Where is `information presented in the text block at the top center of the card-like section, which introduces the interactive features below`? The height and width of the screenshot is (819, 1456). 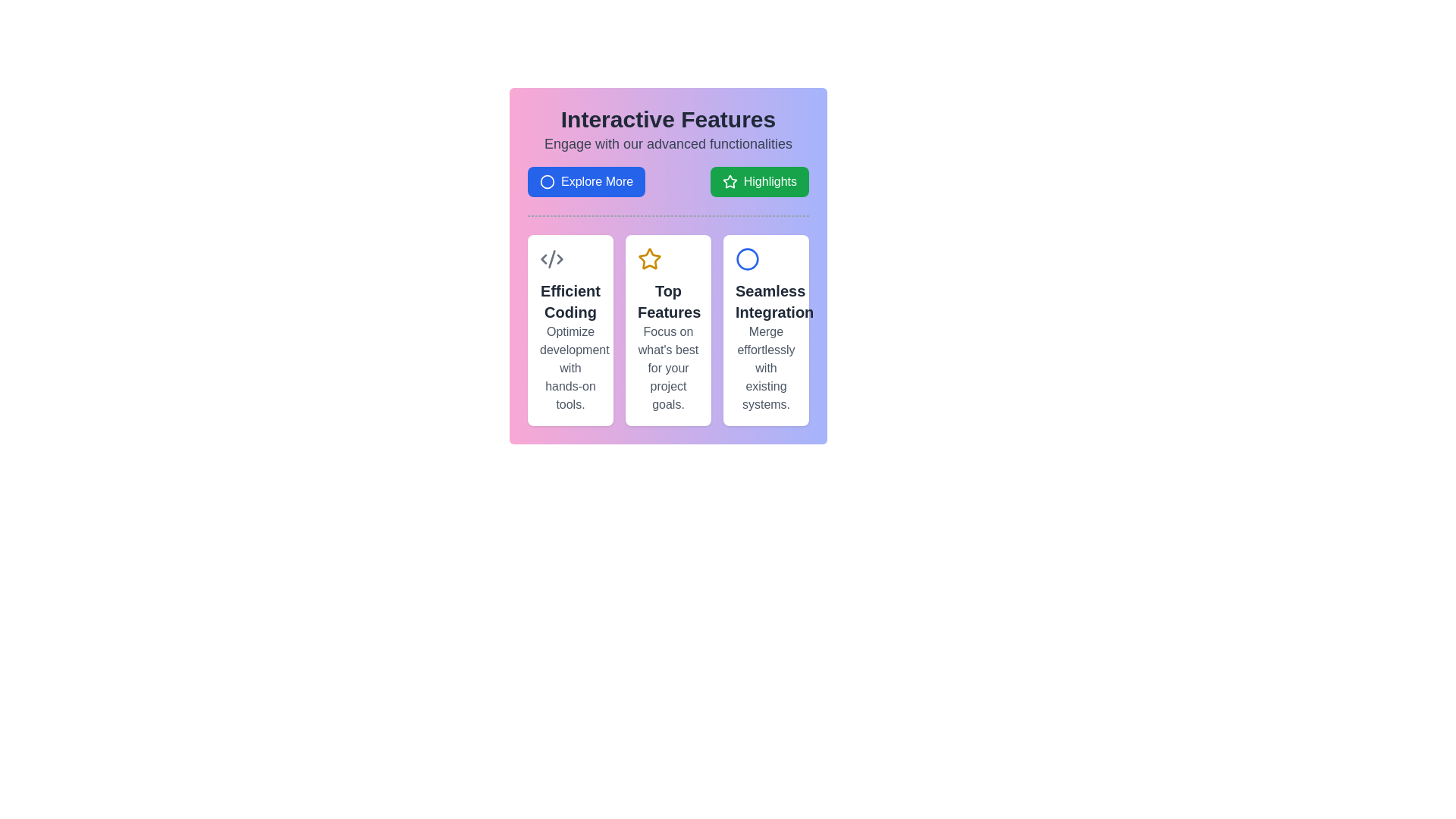 information presented in the text block at the top center of the card-like section, which introduces the interactive features below is located at coordinates (667, 130).